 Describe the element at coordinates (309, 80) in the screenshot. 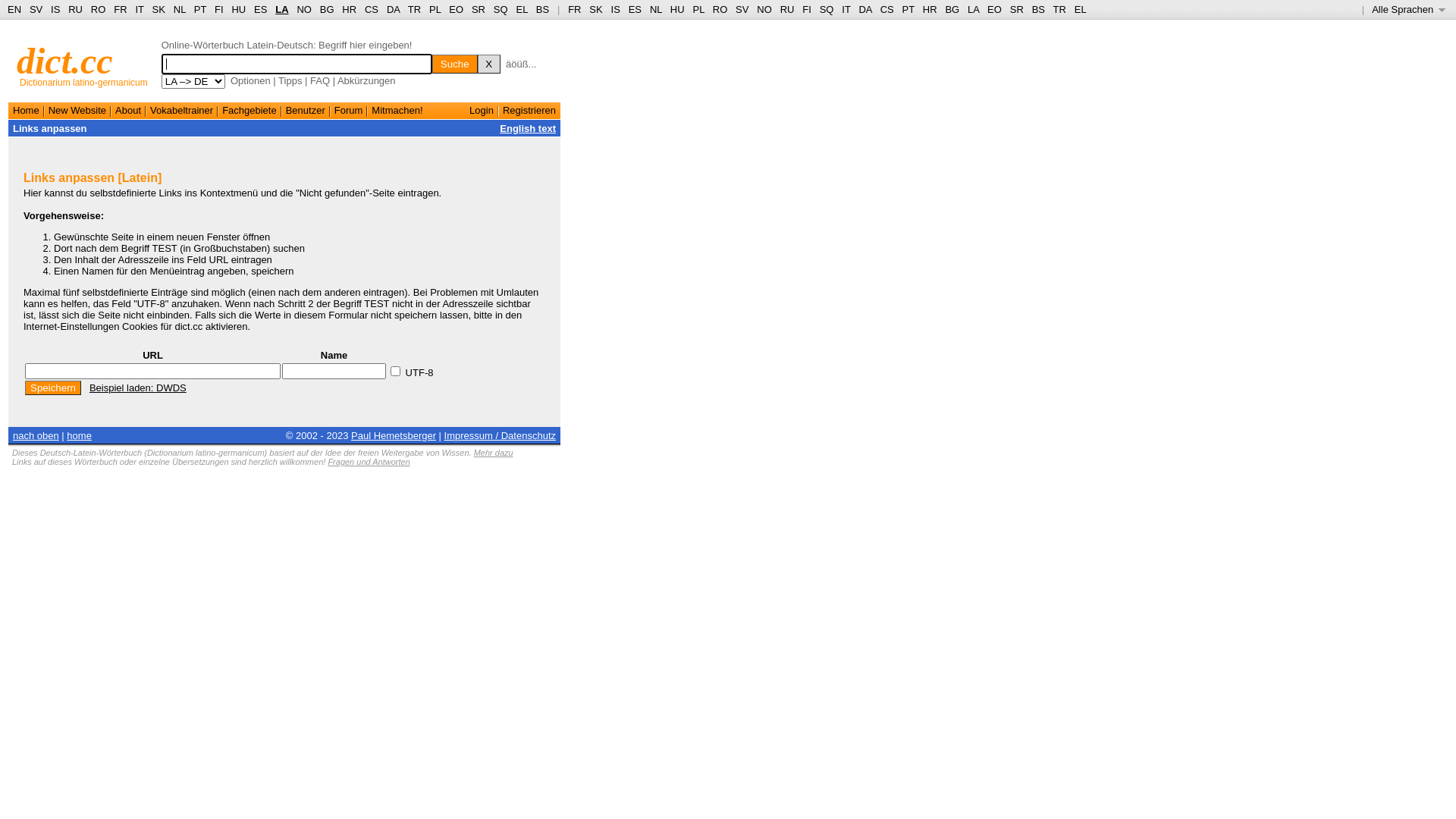

I see `'FAQ'` at that location.